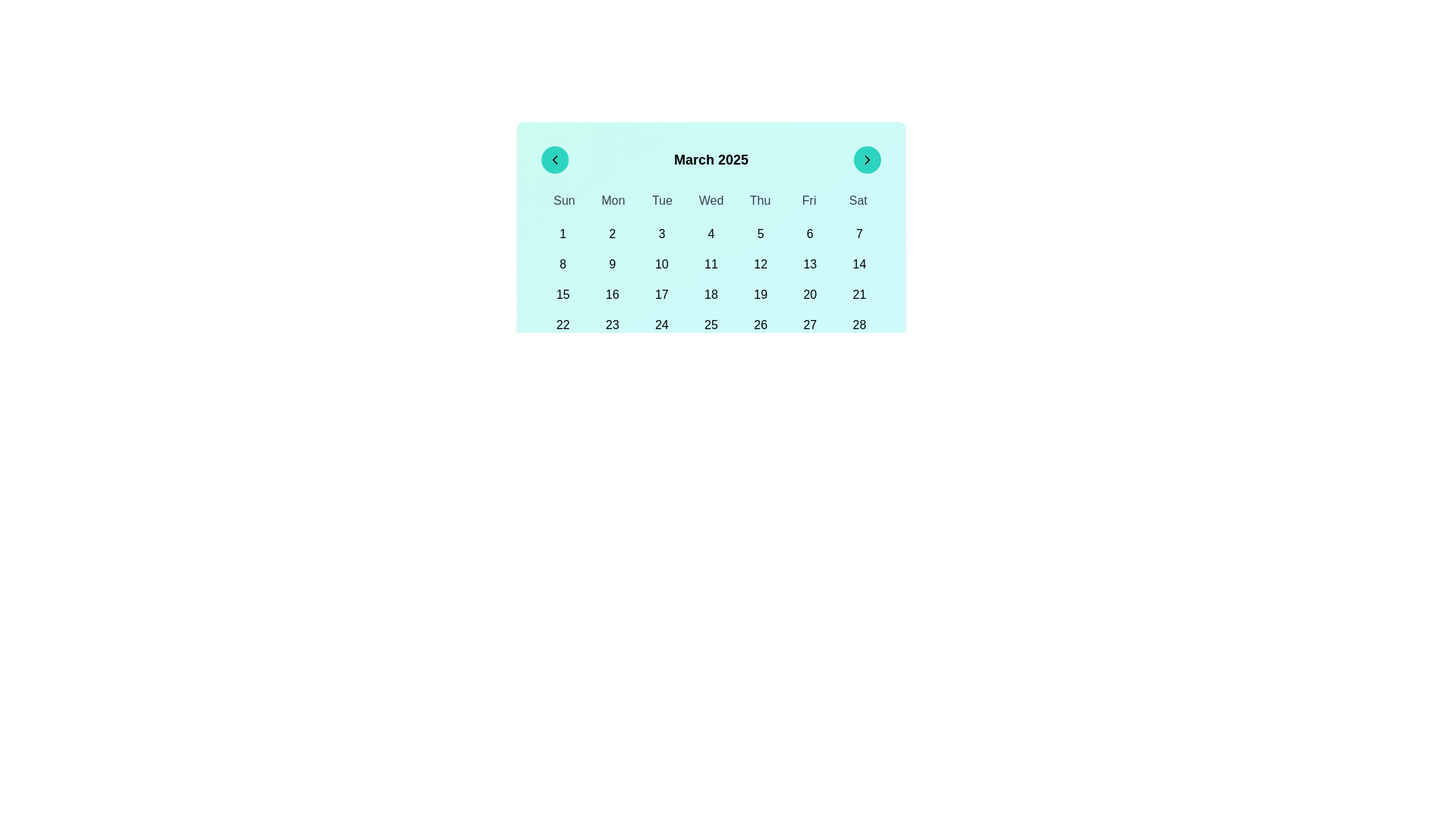  Describe the element at coordinates (867, 160) in the screenshot. I see `the button located at the far right of the calendar header, adjacent to 'March 2025'` at that location.